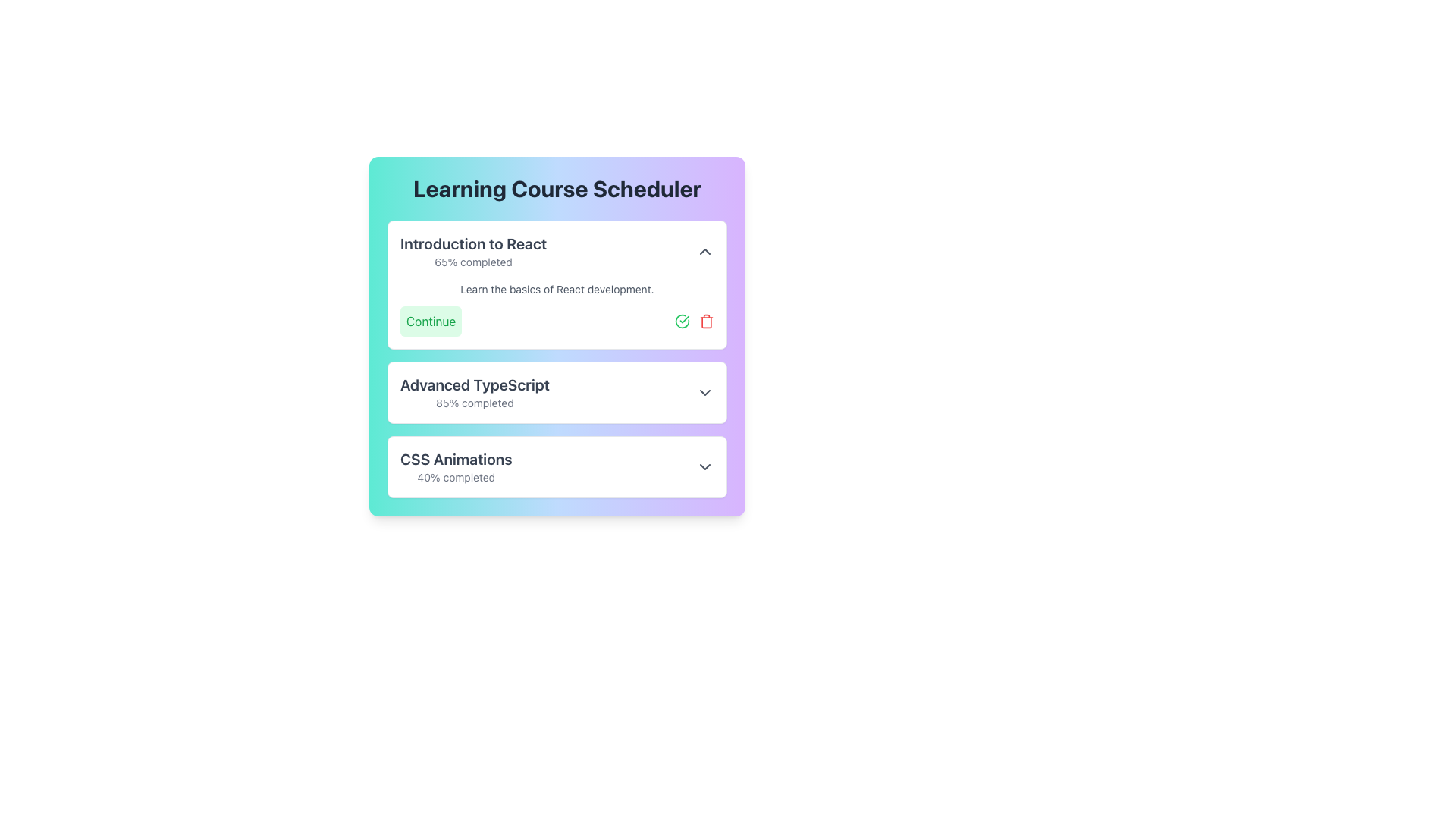 This screenshot has width=1456, height=819. I want to click on displayed text of the Label element showing '40% completed' located beneath the title 'CSS Animations', so click(455, 476).